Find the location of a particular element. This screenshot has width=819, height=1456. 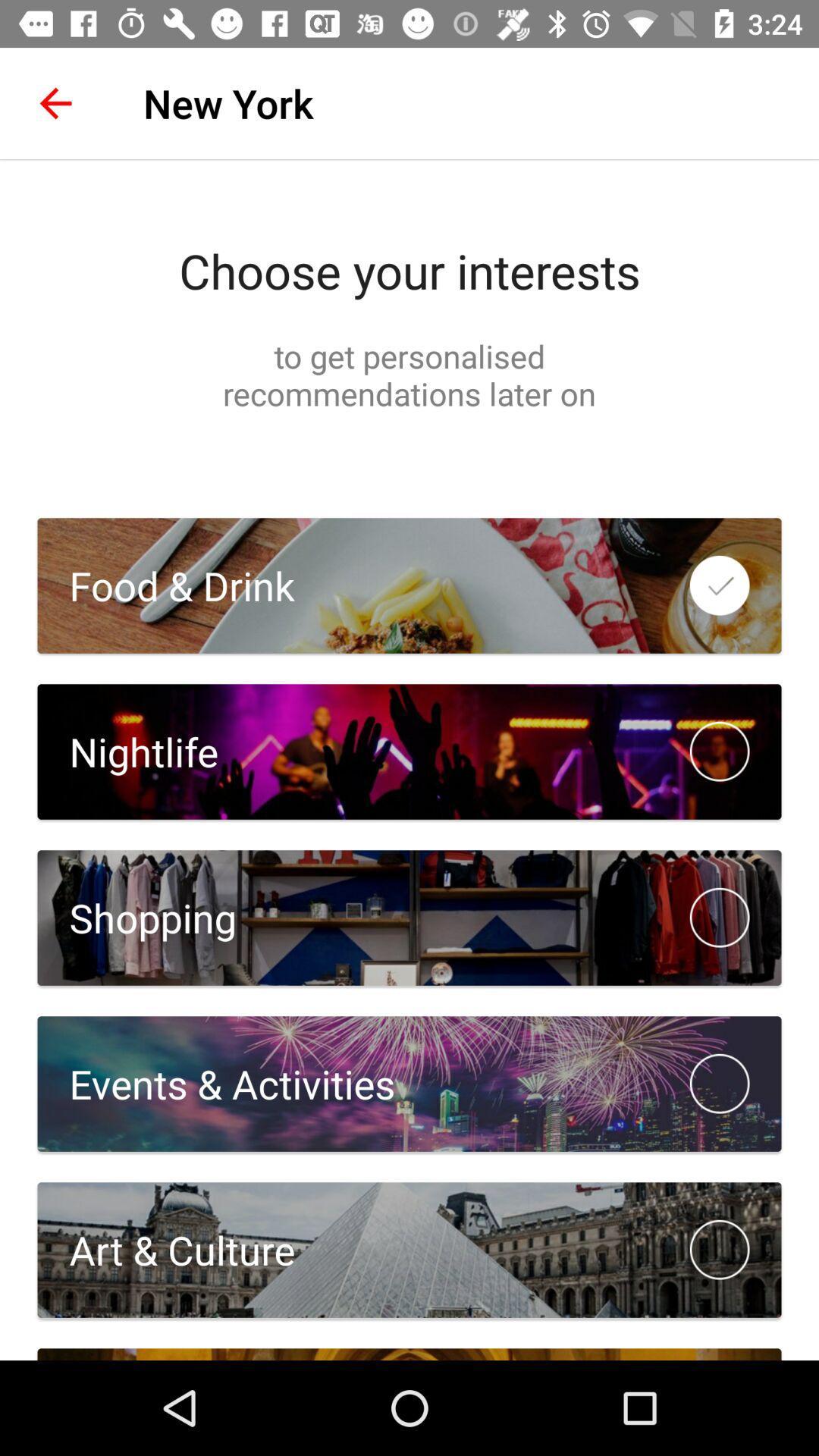

art & culture icon is located at coordinates (166, 1250).